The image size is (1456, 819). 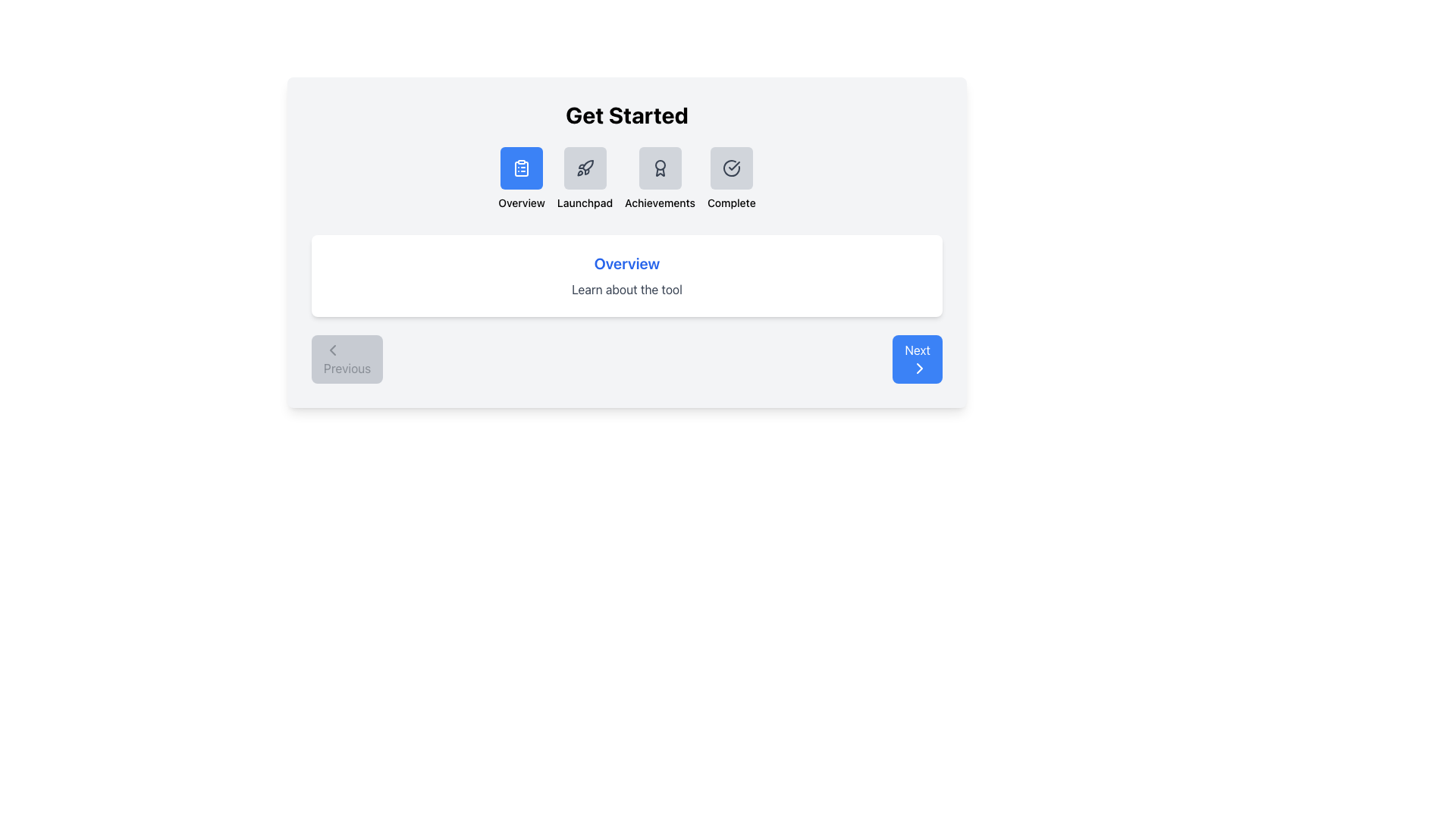 I want to click on the first button in the row, located beneath the 'Get Started' header, so click(x=522, y=168).